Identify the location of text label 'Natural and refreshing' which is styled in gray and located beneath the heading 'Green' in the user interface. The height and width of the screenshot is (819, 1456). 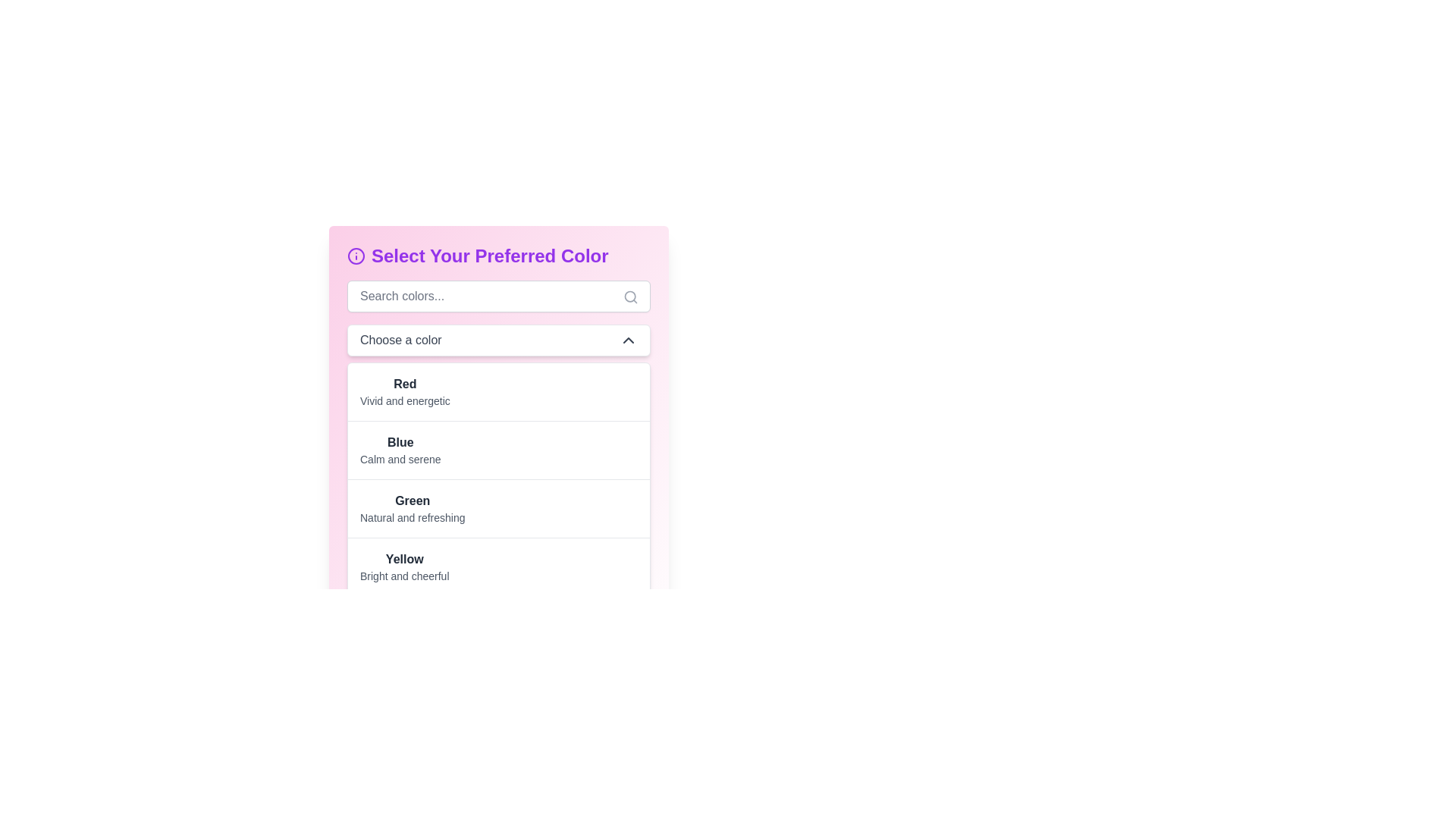
(413, 516).